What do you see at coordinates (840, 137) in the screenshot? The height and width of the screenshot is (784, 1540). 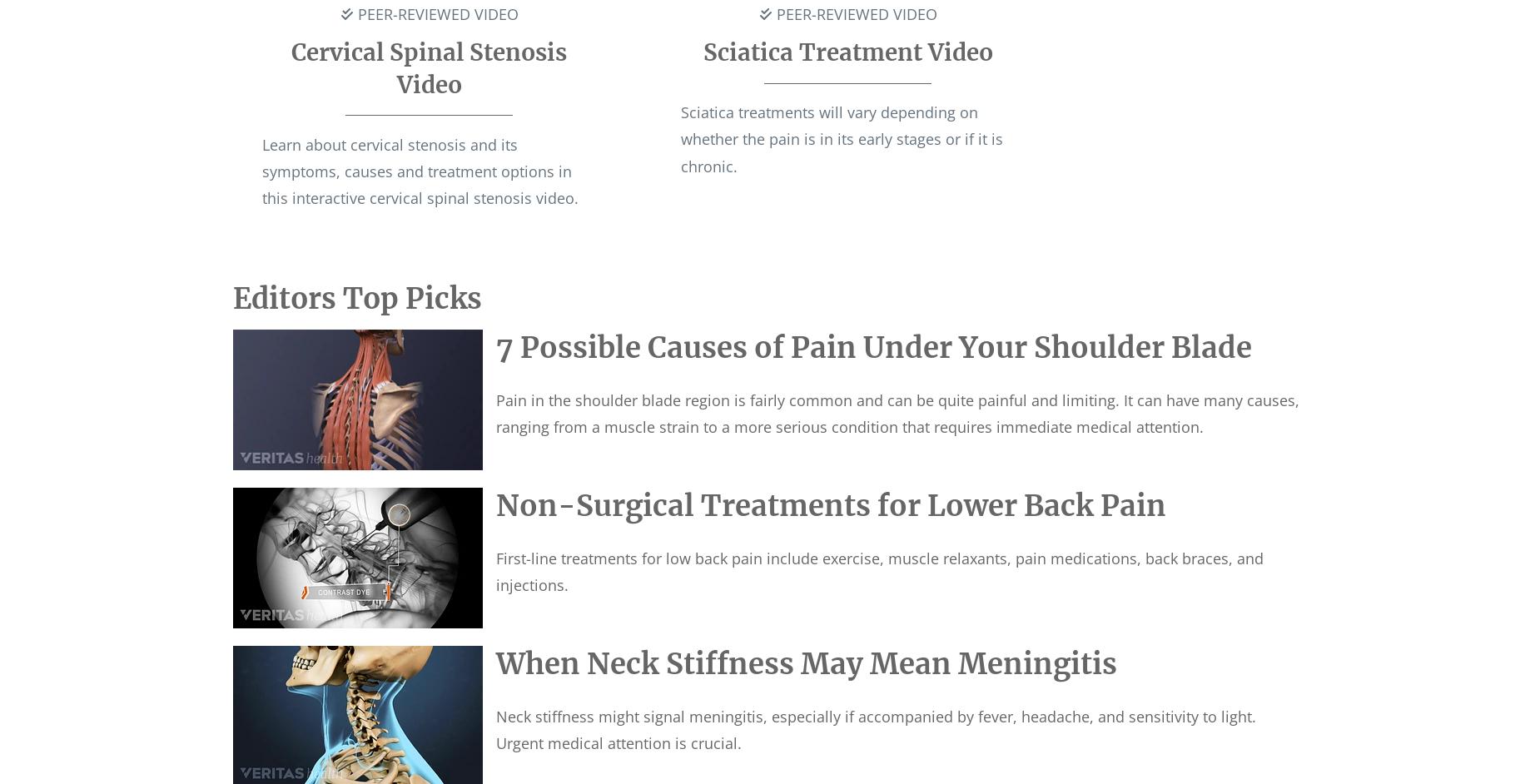 I see `'Sciatica treatments will vary depending on whether the pain is in its early stages or if it is chronic.'` at bounding box center [840, 137].